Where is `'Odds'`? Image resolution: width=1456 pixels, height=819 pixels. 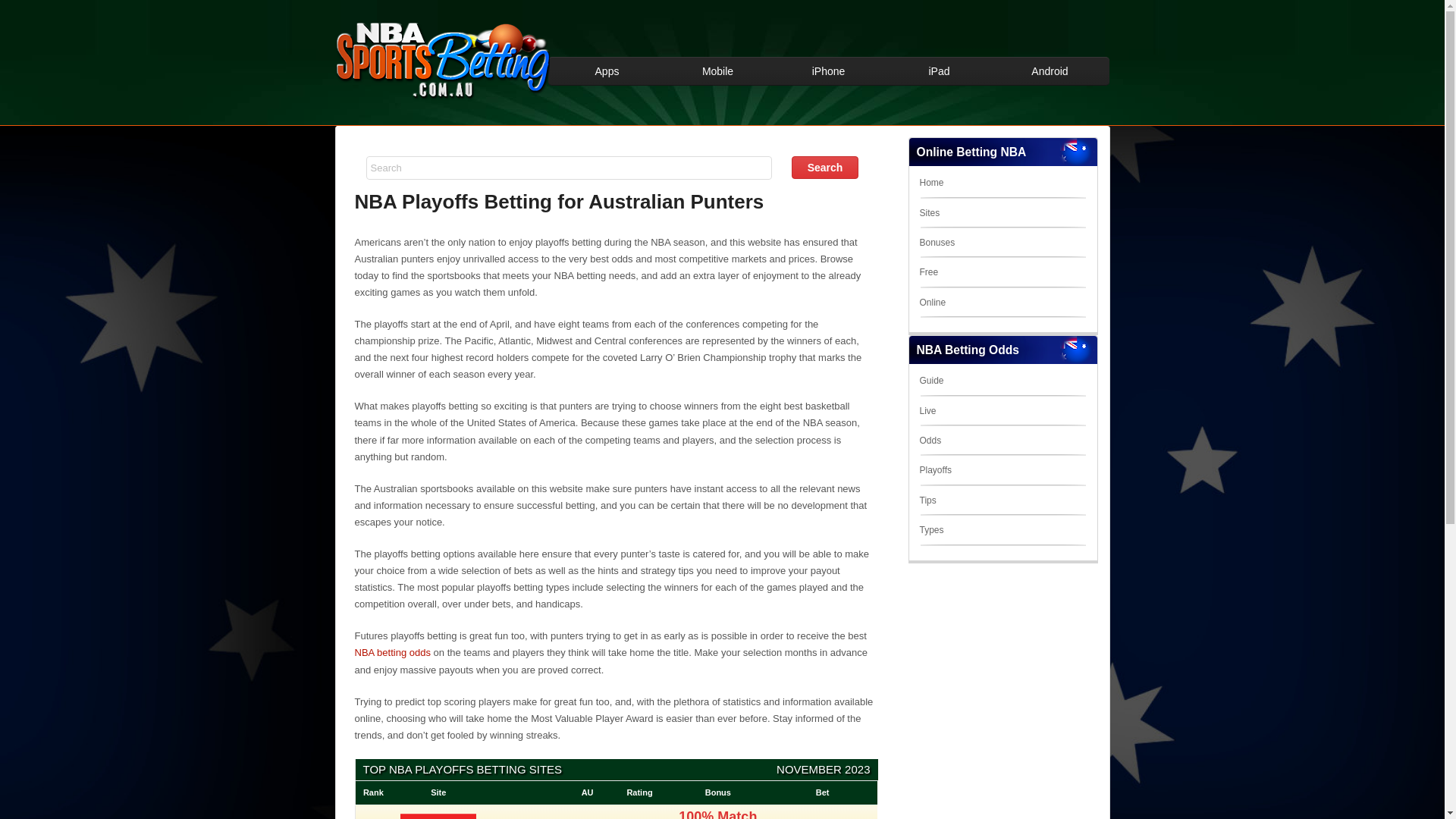 'Odds' is located at coordinates (929, 441).